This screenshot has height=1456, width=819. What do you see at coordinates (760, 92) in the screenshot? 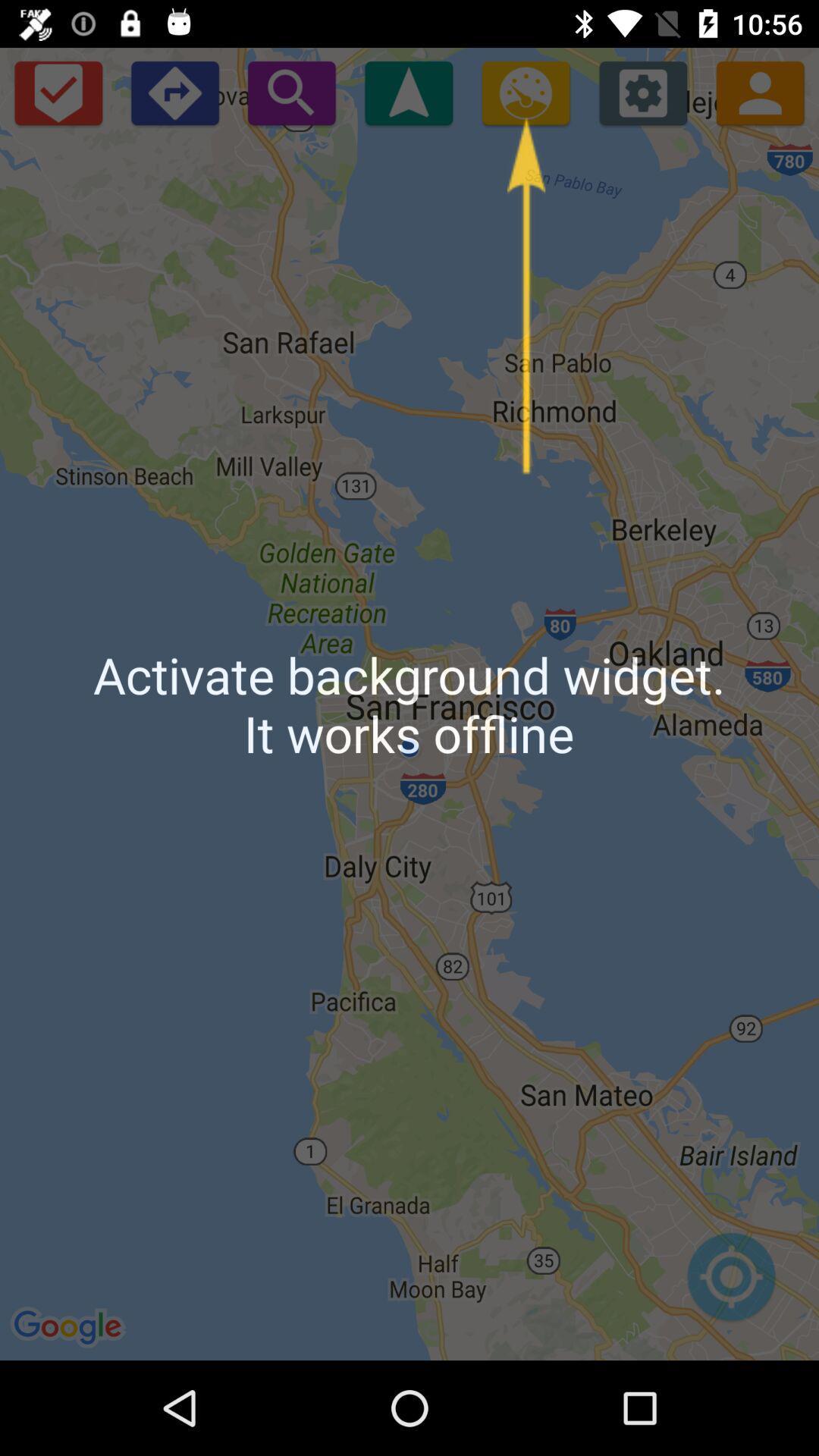
I see `open contacts` at bounding box center [760, 92].